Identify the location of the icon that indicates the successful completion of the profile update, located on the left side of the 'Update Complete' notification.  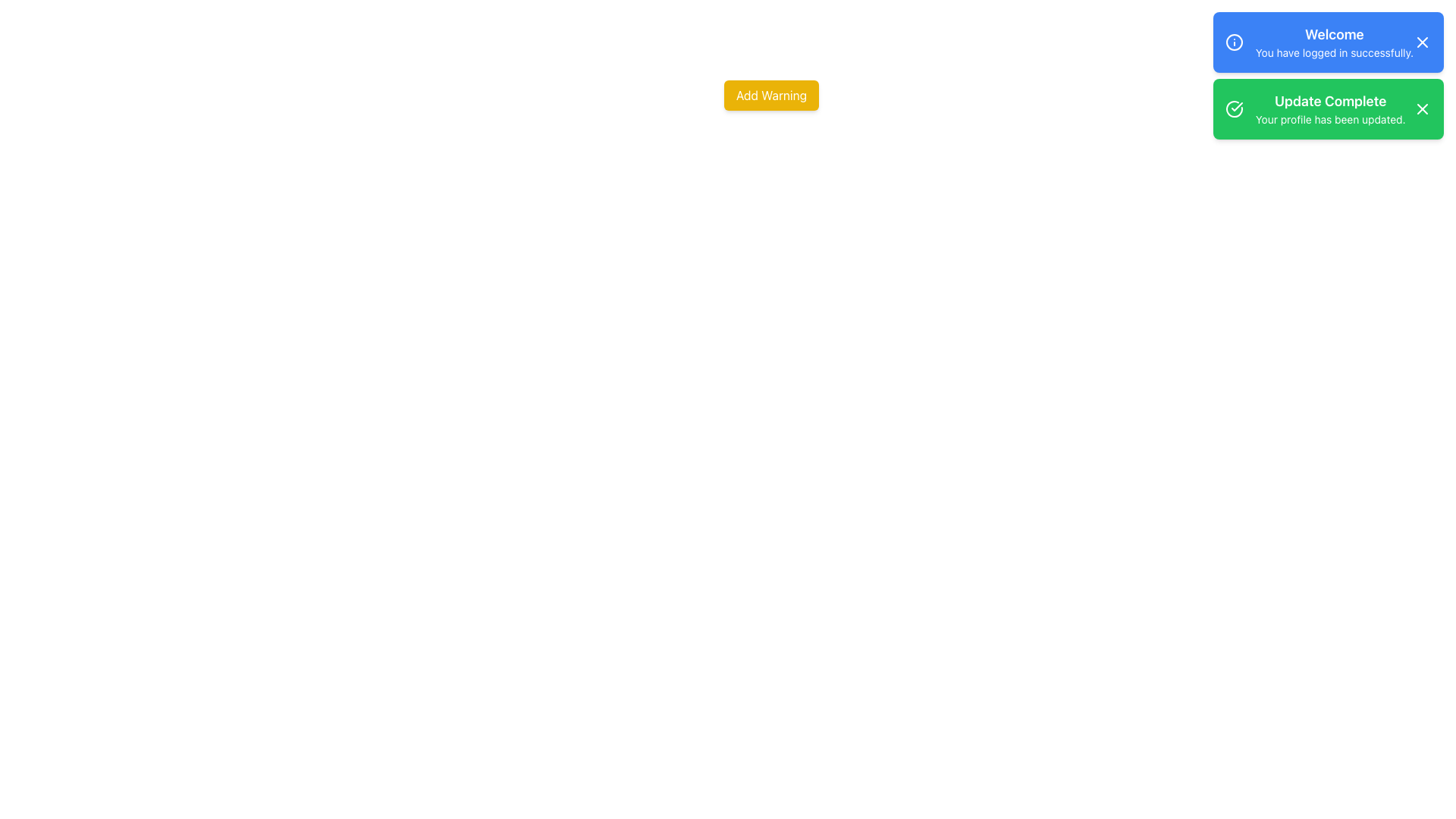
(1234, 108).